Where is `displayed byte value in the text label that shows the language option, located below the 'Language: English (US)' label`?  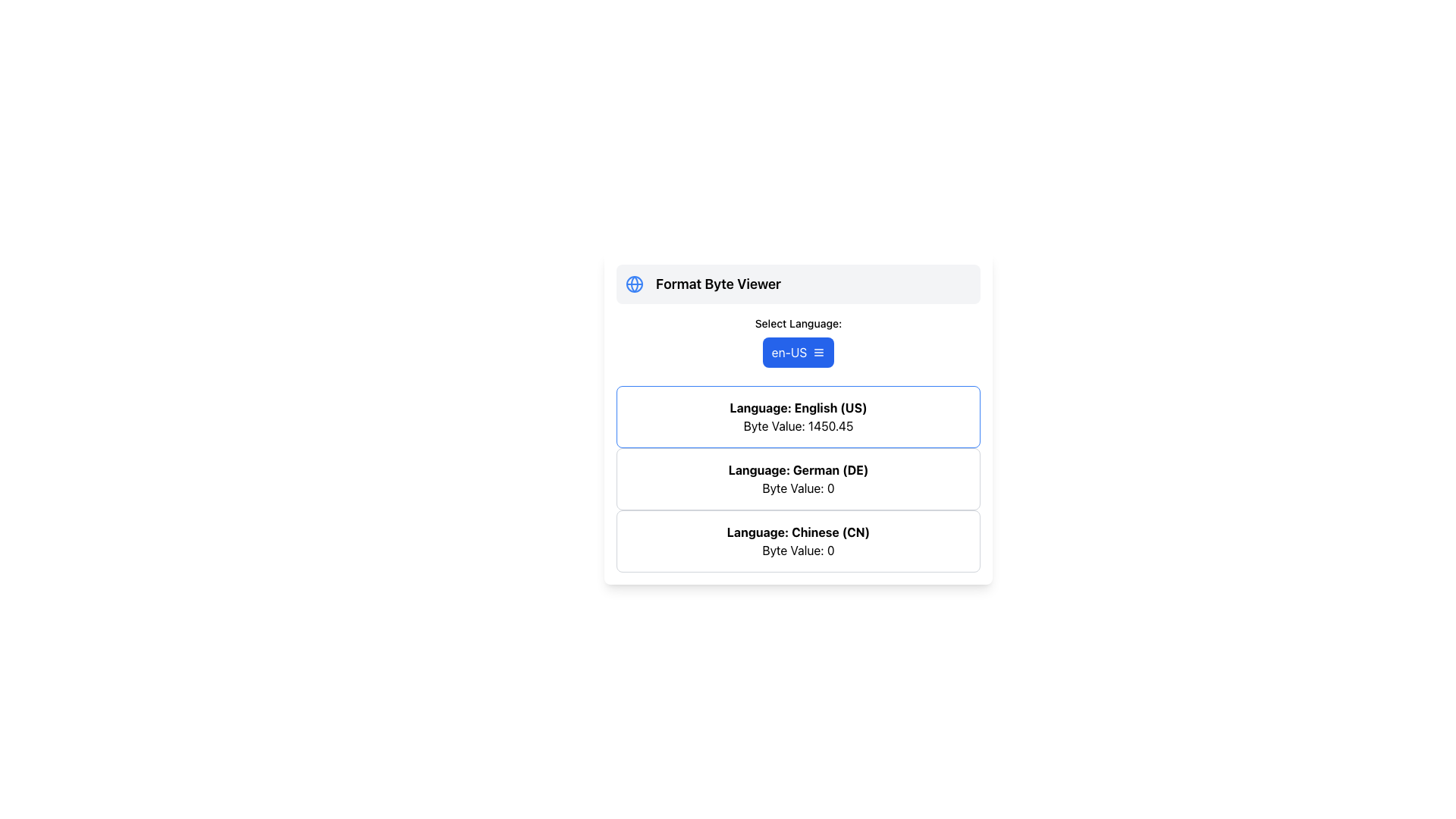 displayed byte value in the text label that shows the language option, located below the 'Language: English (US)' label is located at coordinates (797, 426).